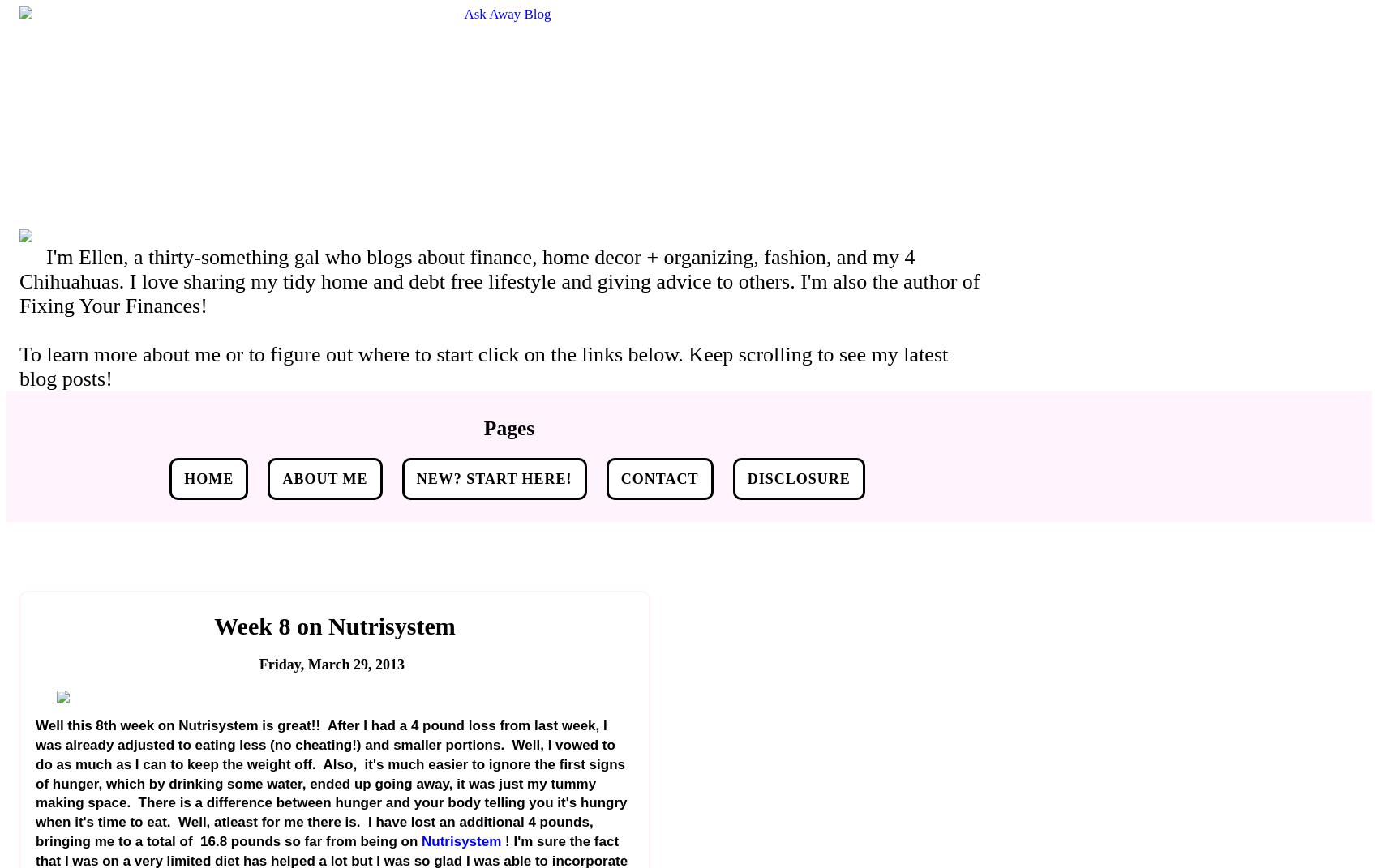  What do you see at coordinates (214, 625) in the screenshot?
I see `'Week 8 on Nutrisystem'` at bounding box center [214, 625].